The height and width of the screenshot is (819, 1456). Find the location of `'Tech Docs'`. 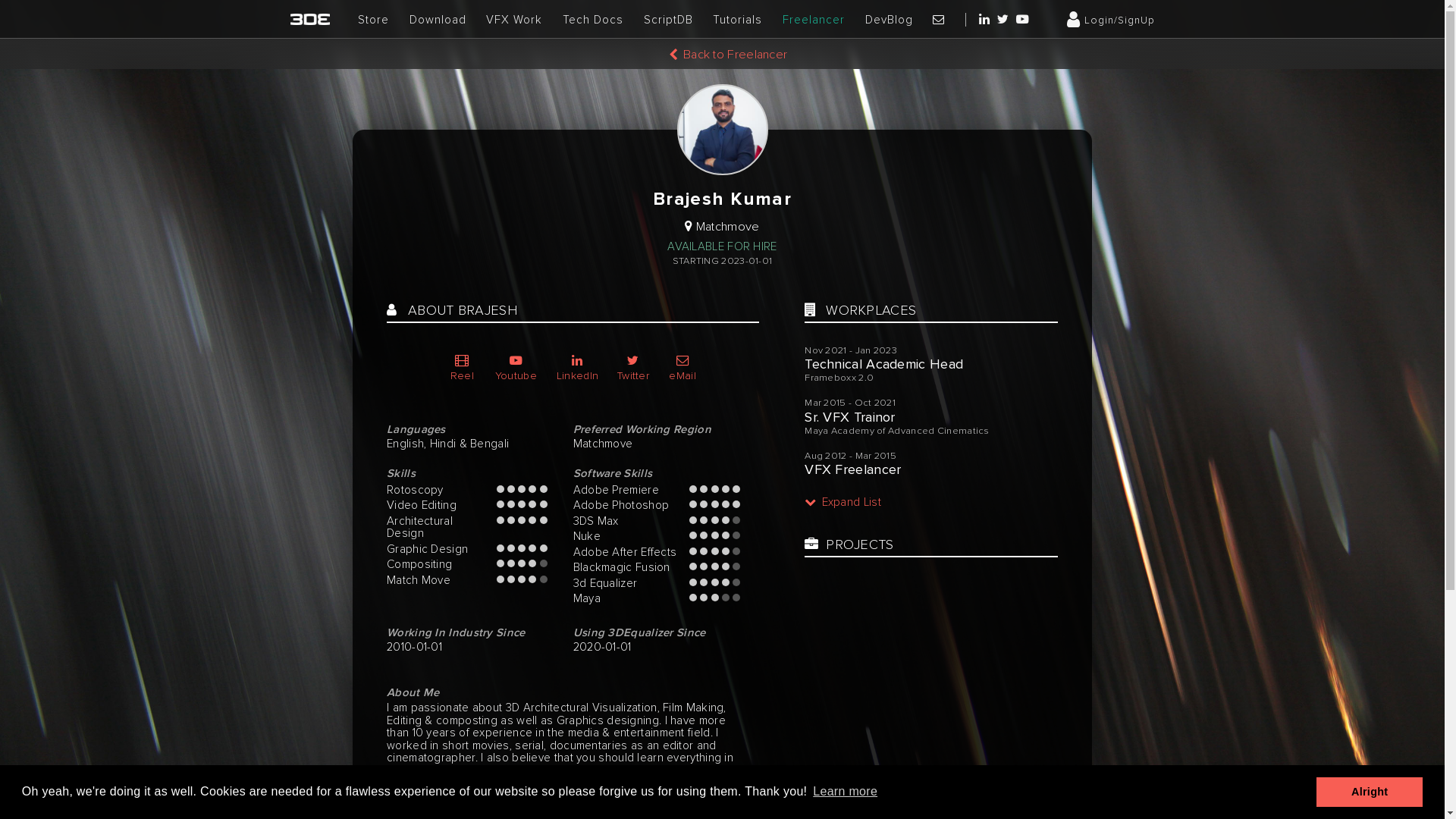

'Tech Docs' is located at coordinates (562, 20).